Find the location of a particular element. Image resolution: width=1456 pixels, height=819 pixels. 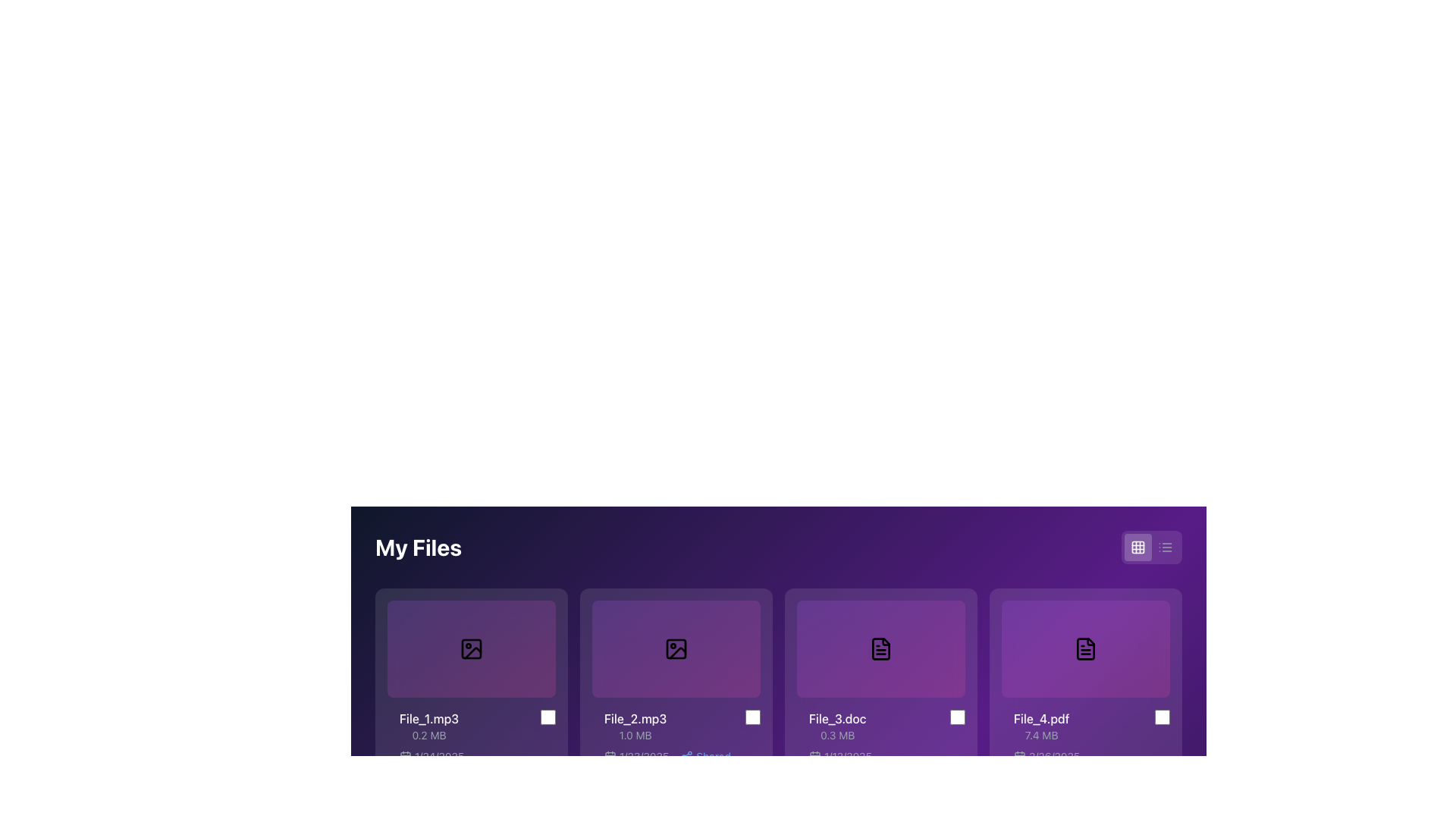

the center of the checkbox associated with the file entry 'File_1.mp3' is located at coordinates (548, 717).